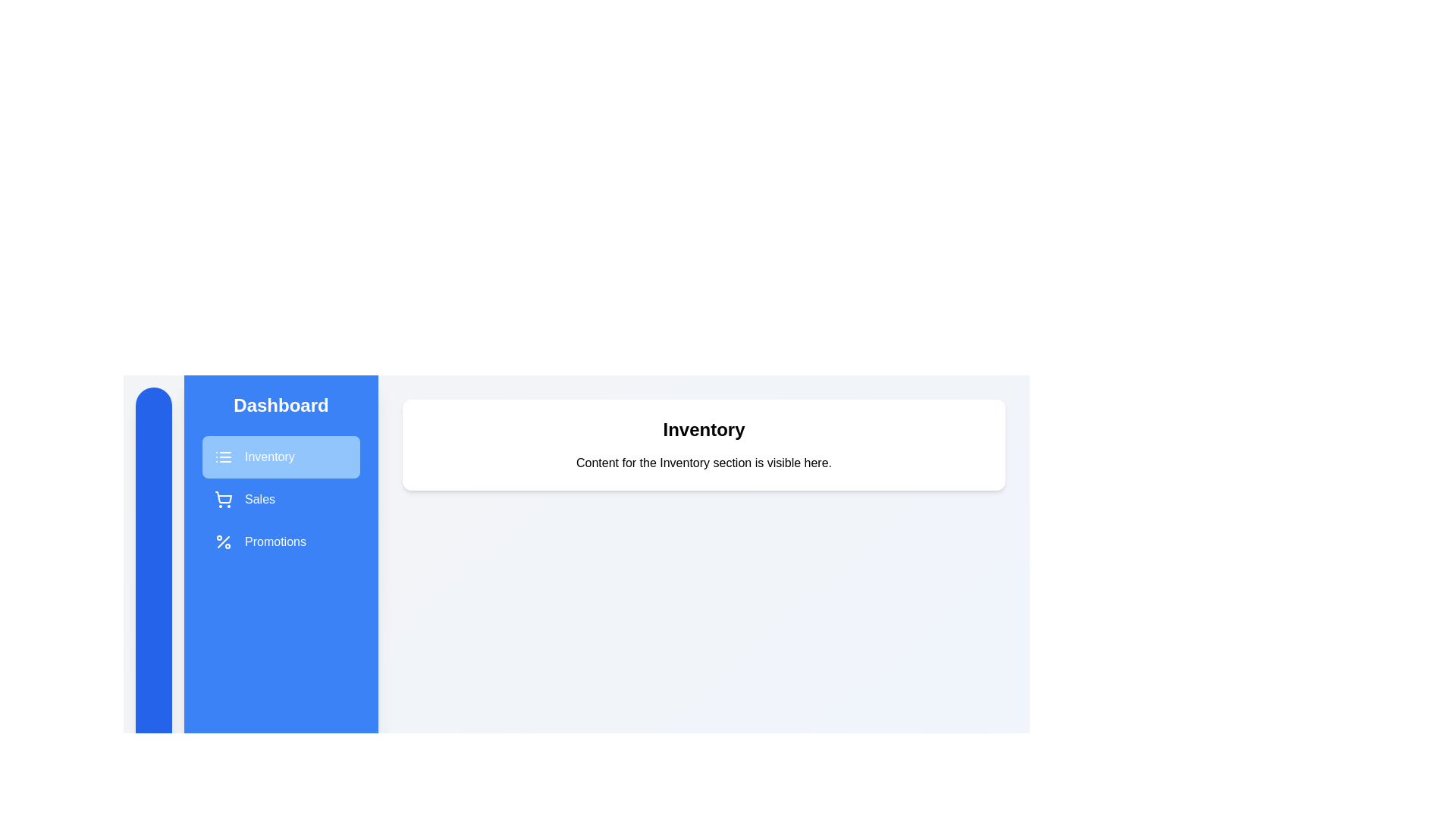 This screenshot has width=1456, height=819. Describe the element at coordinates (281, 500) in the screenshot. I see `the sidebar item Sales` at that location.